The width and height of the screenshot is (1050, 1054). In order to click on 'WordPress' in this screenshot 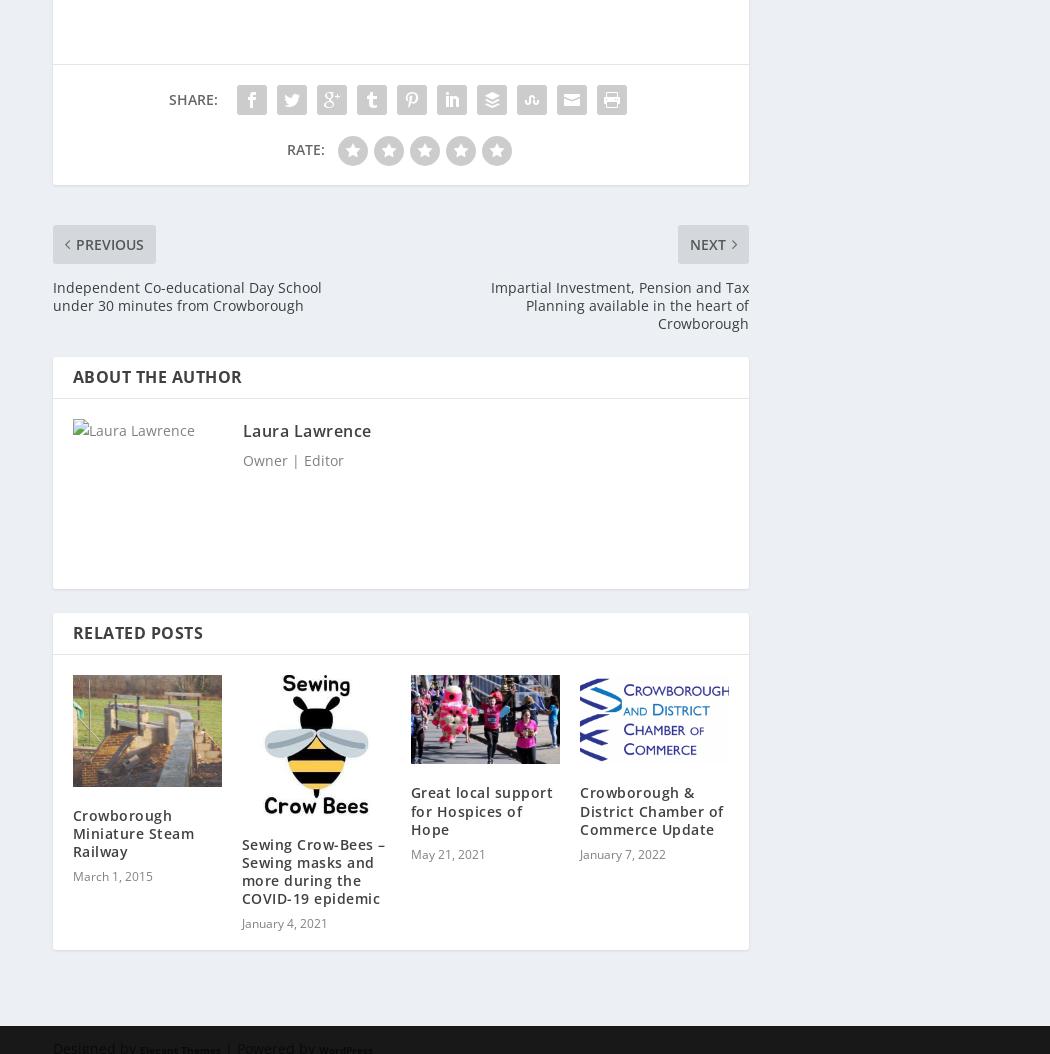, I will do `click(318, 1038)`.